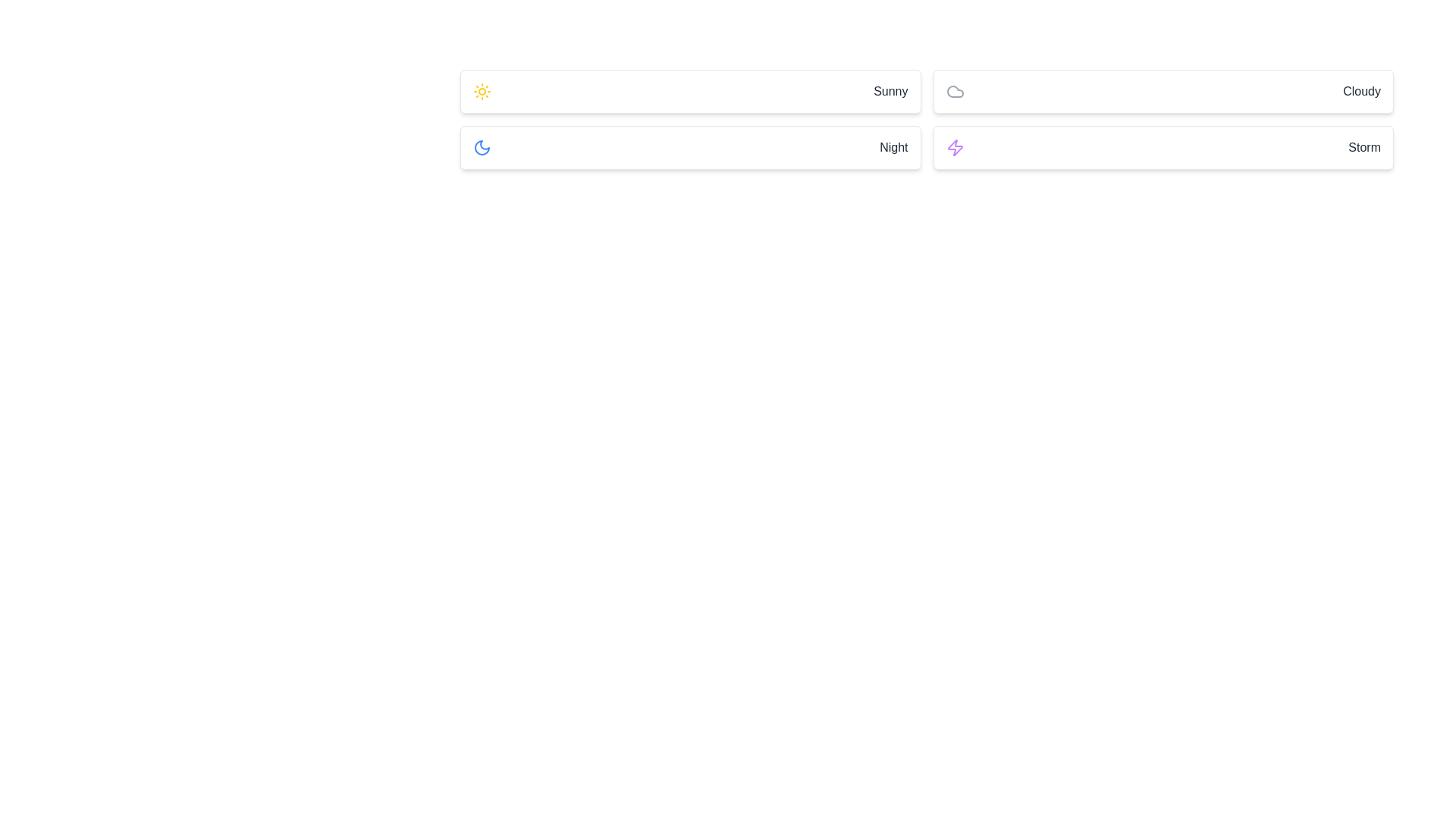  Describe the element at coordinates (954, 148) in the screenshot. I see `the stylized lightning bolt icon outlined in purple located in the lower right section of the interface within the 'Storm' card` at that location.